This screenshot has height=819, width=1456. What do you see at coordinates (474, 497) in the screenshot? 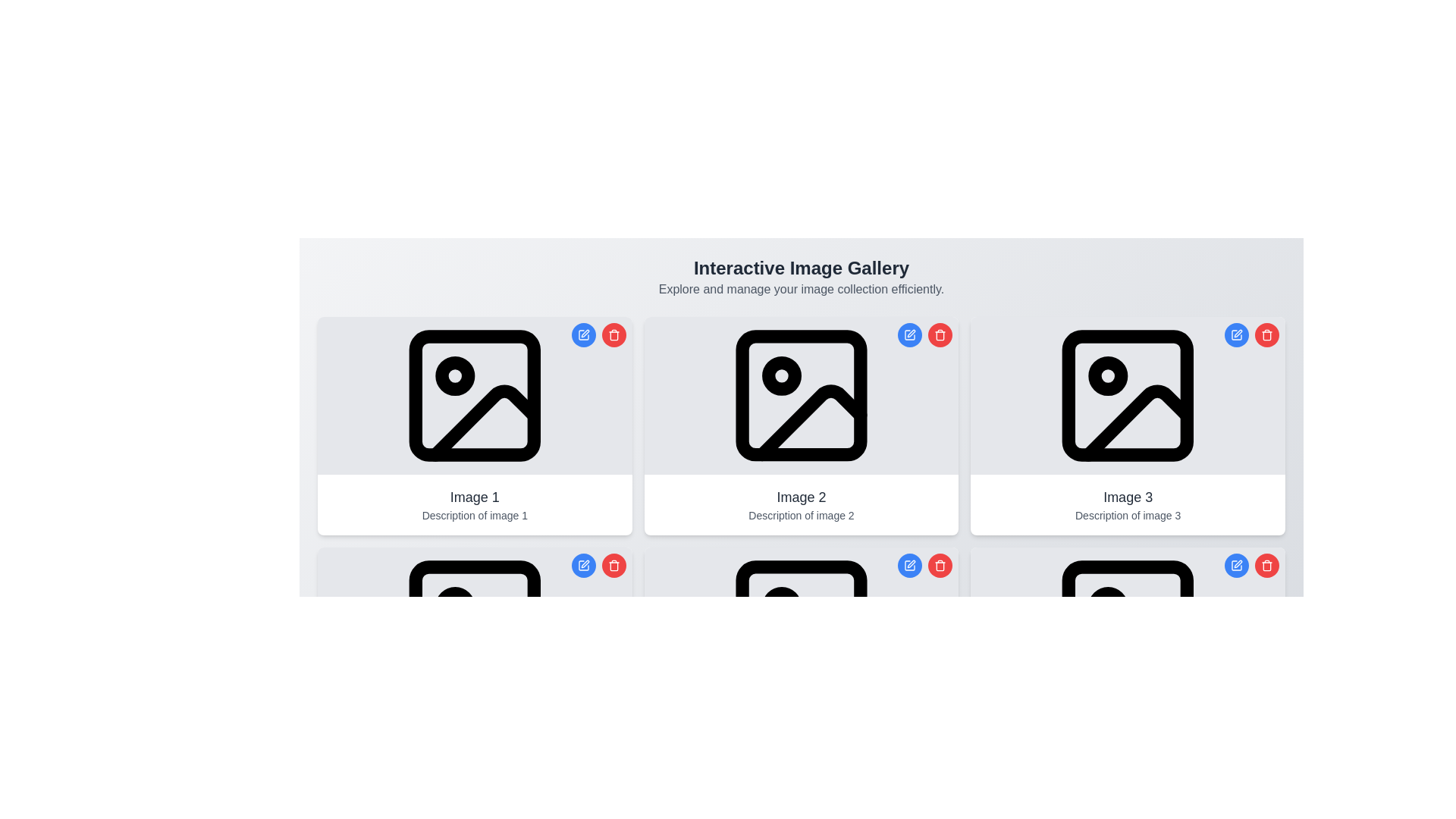
I see `text label displaying 'Image 1', which is a bold, medium-sized dark gray text located above the description of image 1 in the first card of the gallery view` at bounding box center [474, 497].